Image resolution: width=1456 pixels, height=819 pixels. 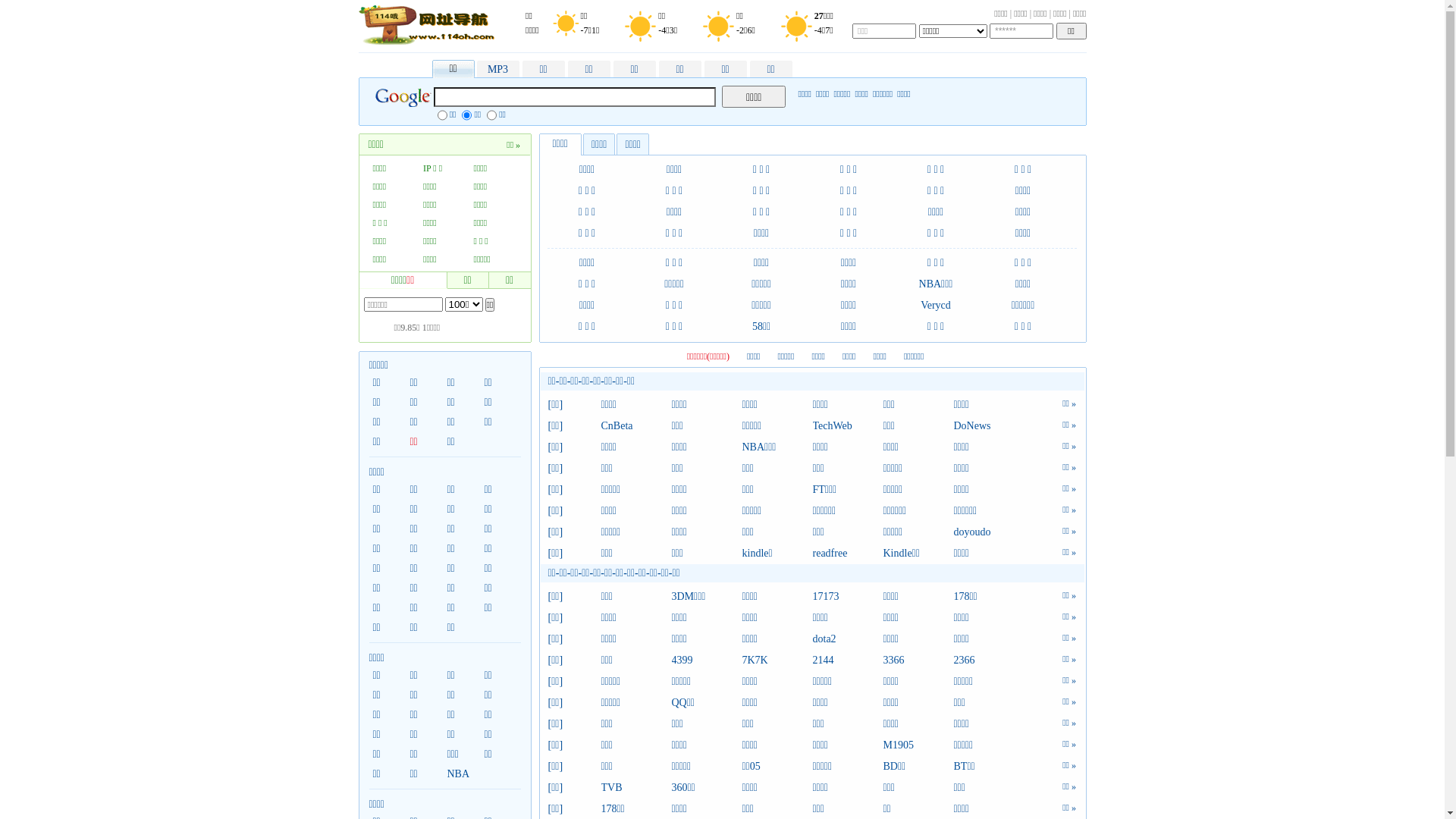 I want to click on 'on', so click(x=466, y=114).